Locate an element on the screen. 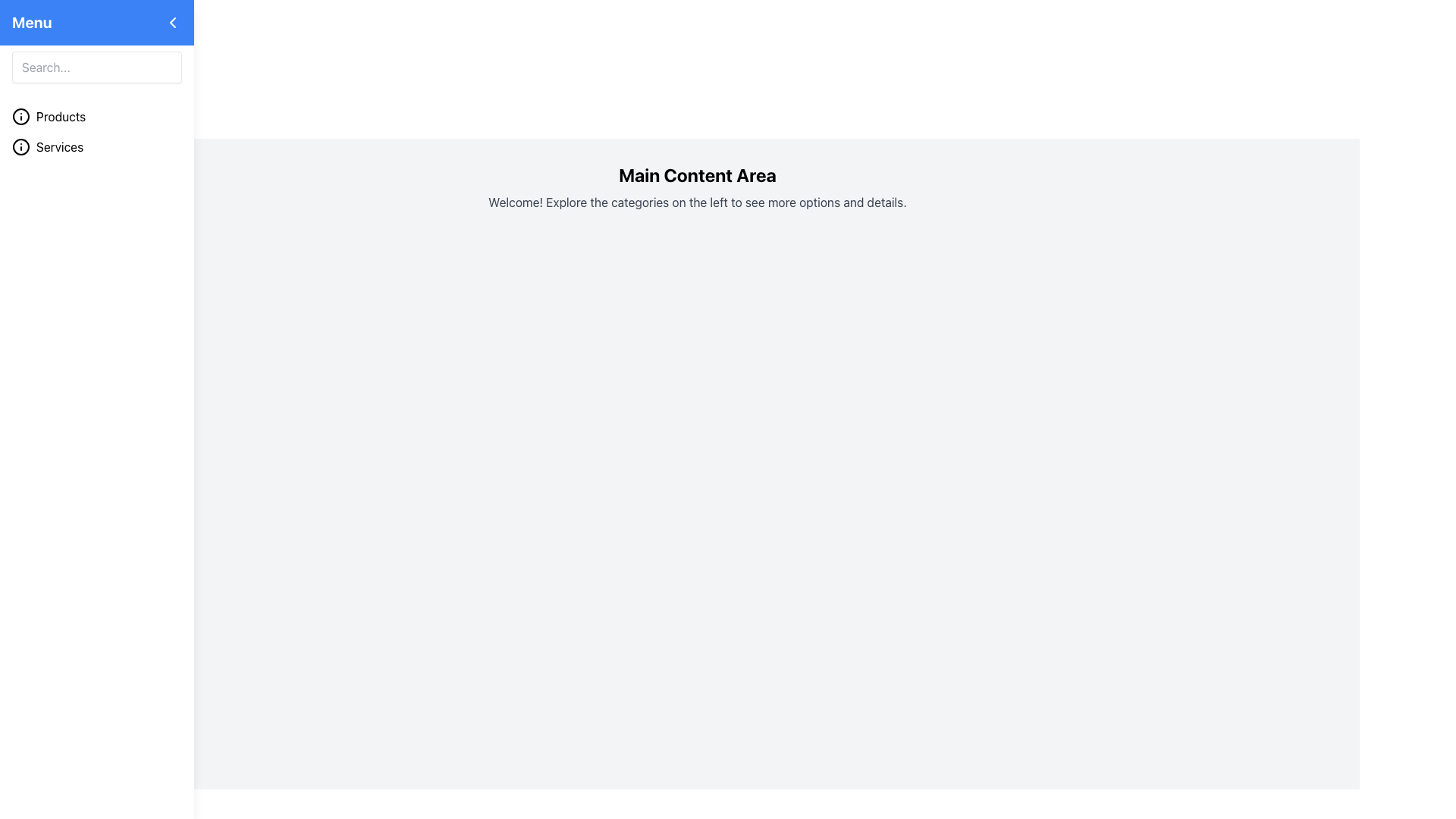 This screenshot has width=1456, height=819. the leftward pointing chevron icon in the Menu section is located at coordinates (172, 23).